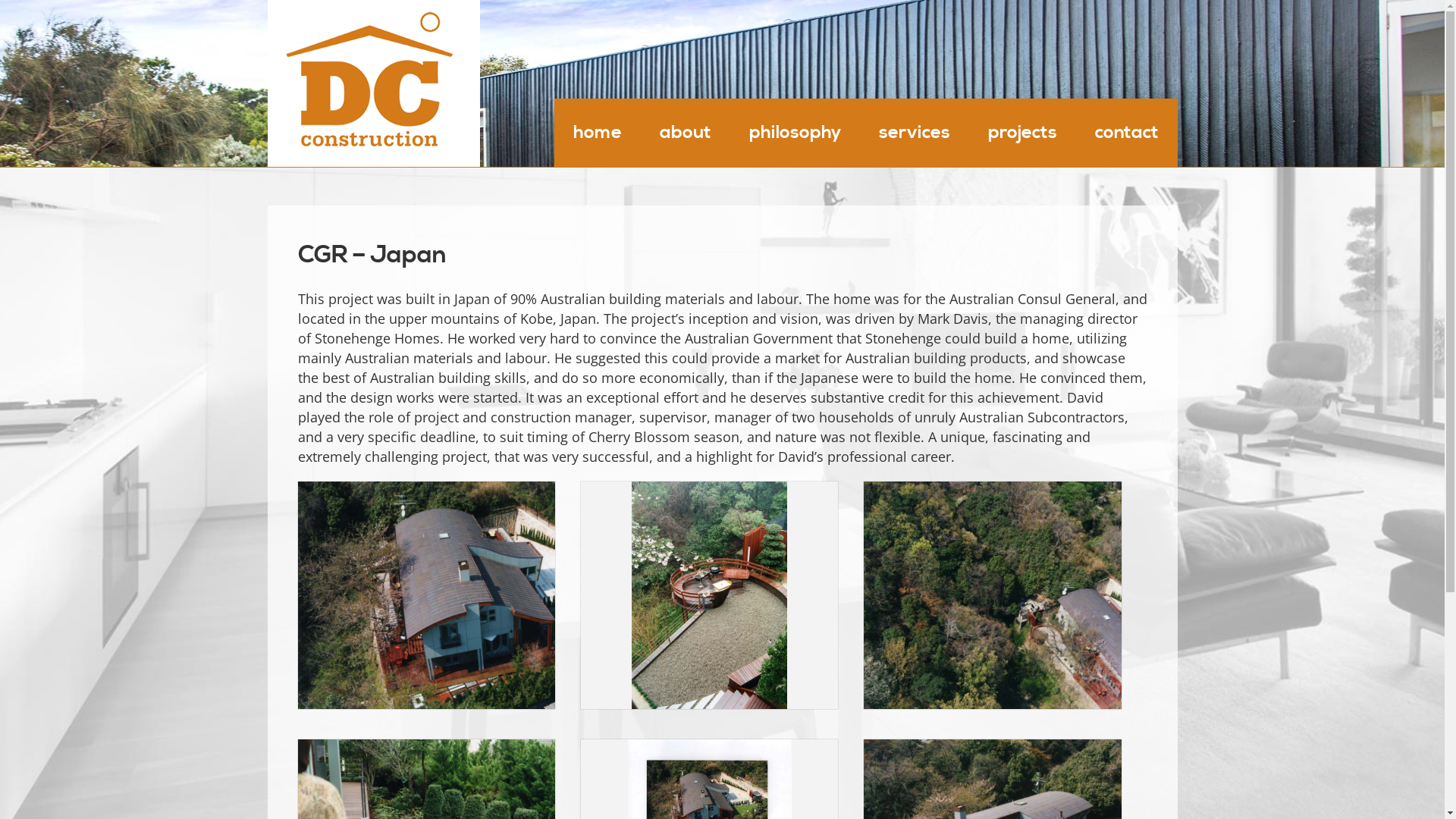 This screenshot has height=819, width=1456. What do you see at coordinates (1125, 131) in the screenshot?
I see `'contact'` at bounding box center [1125, 131].